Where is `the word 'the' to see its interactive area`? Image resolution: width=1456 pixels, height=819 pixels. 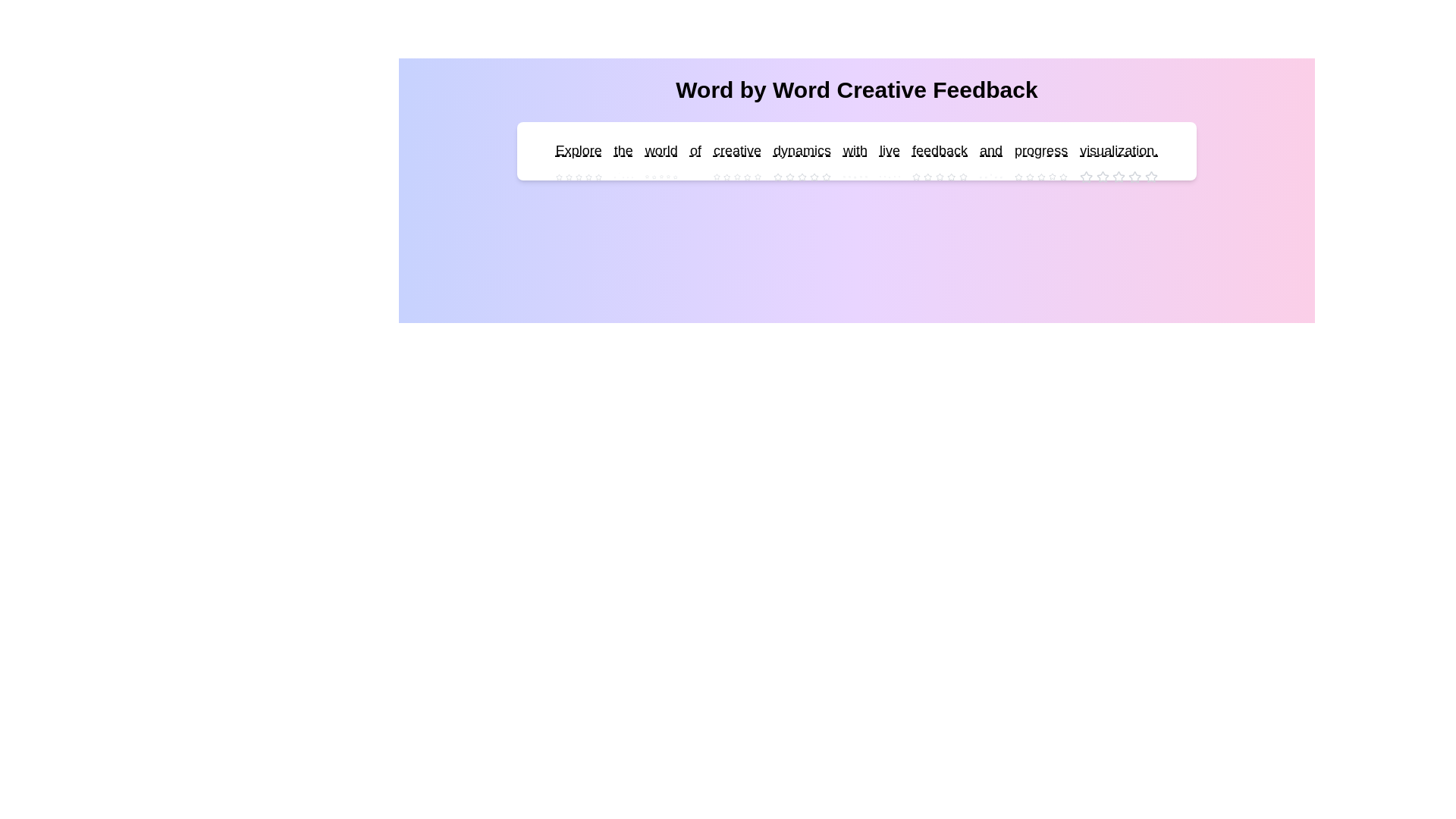
the word 'the' to see its interactive area is located at coordinates (623, 151).